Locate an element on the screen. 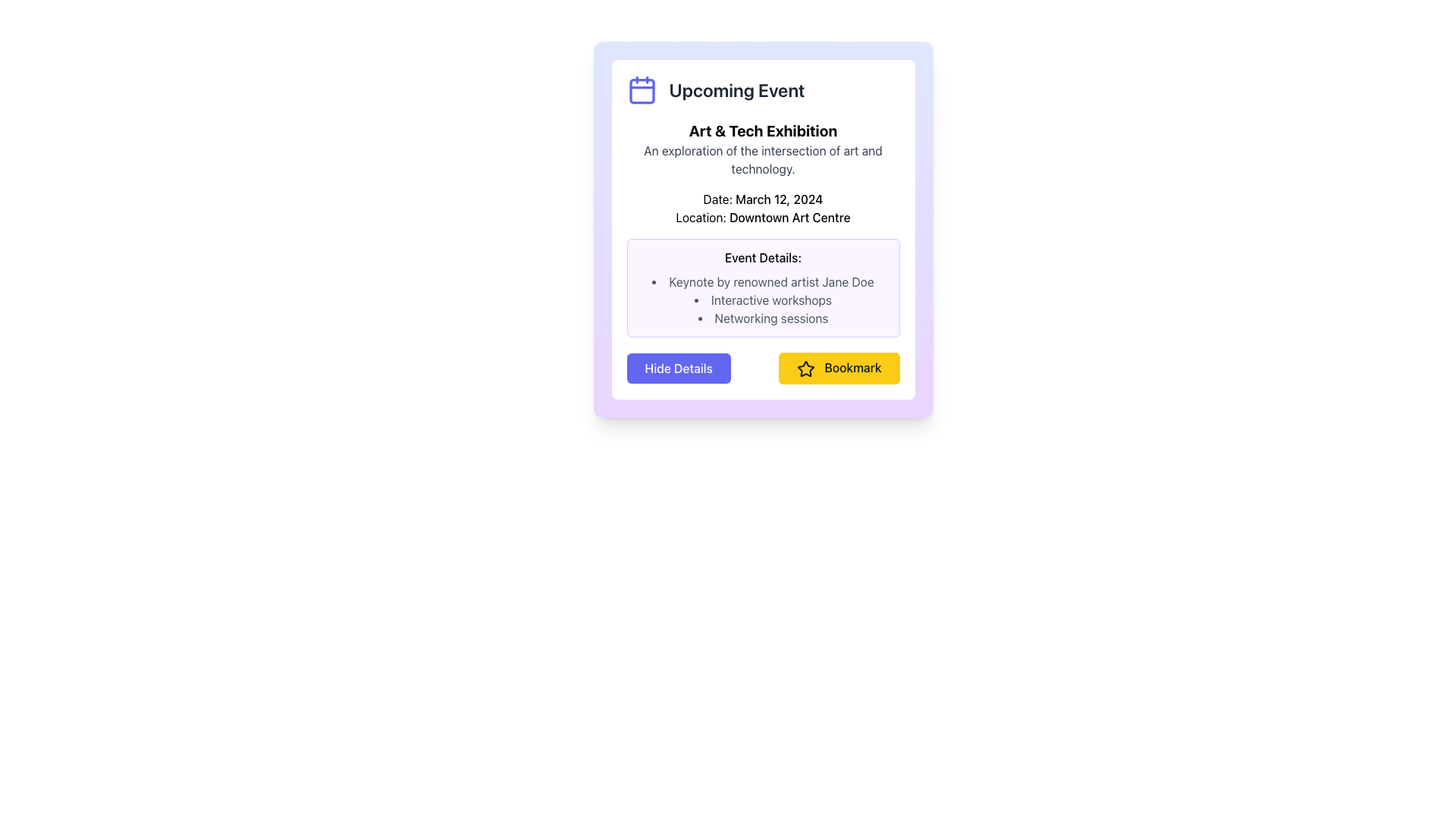 Image resolution: width=1456 pixels, height=819 pixels. the Text Label that displays the location of the event, positioned between the date and event details sections is located at coordinates (763, 217).